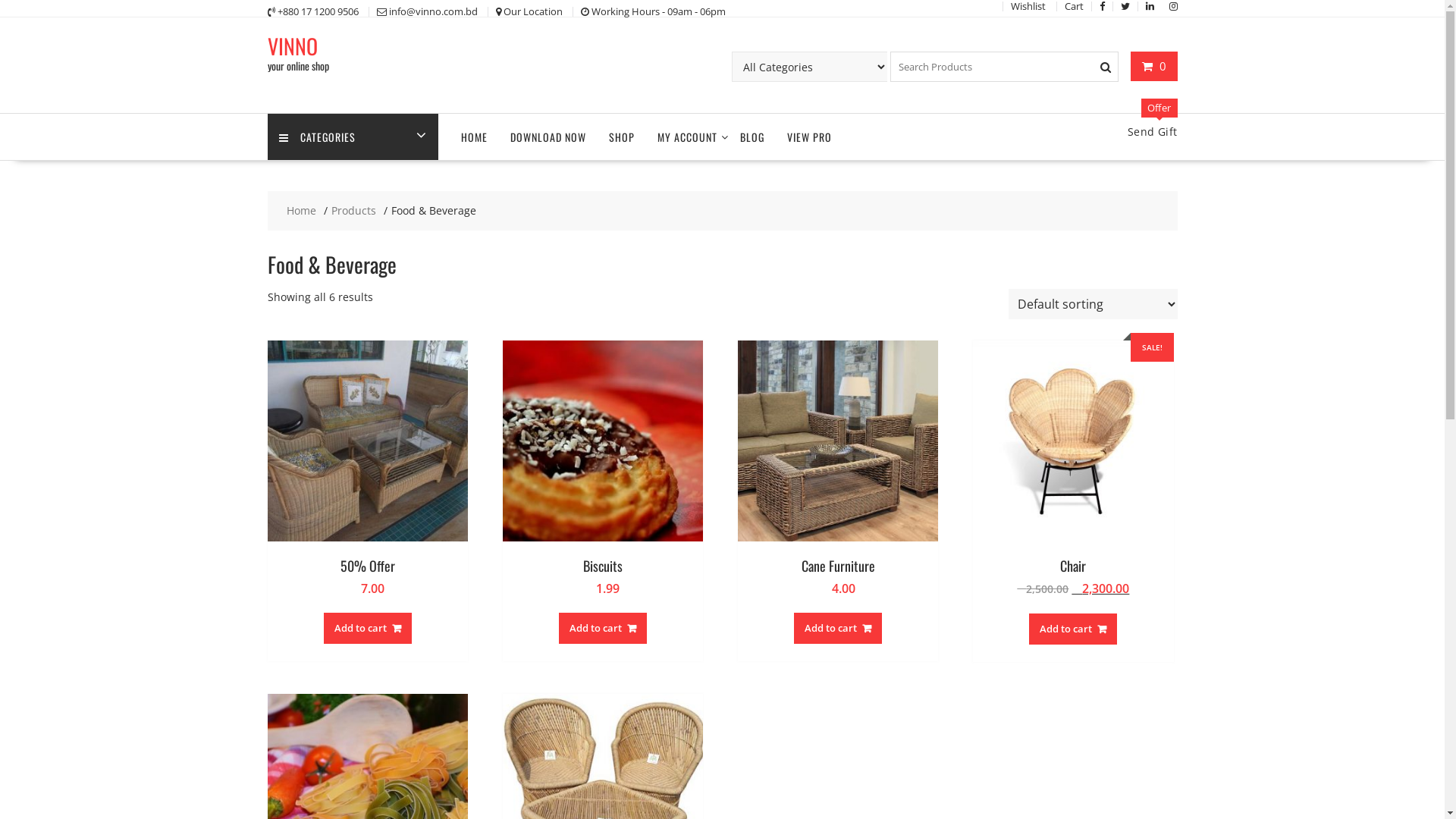 This screenshot has width=1456, height=819. I want to click on 'VIEW PRO', so click(808, 136).